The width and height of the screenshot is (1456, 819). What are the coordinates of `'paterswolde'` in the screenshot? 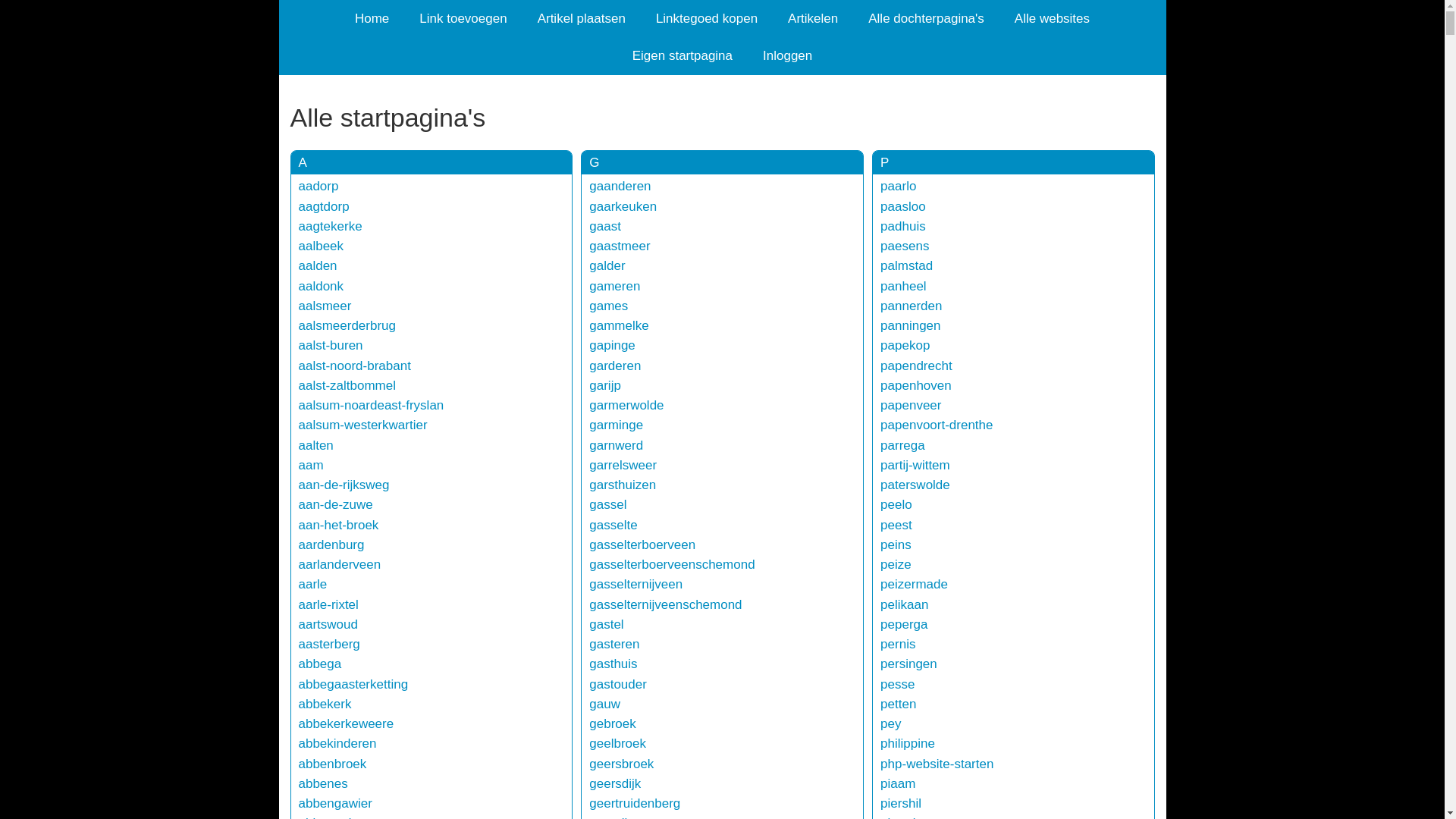 It's located at (914, 485).